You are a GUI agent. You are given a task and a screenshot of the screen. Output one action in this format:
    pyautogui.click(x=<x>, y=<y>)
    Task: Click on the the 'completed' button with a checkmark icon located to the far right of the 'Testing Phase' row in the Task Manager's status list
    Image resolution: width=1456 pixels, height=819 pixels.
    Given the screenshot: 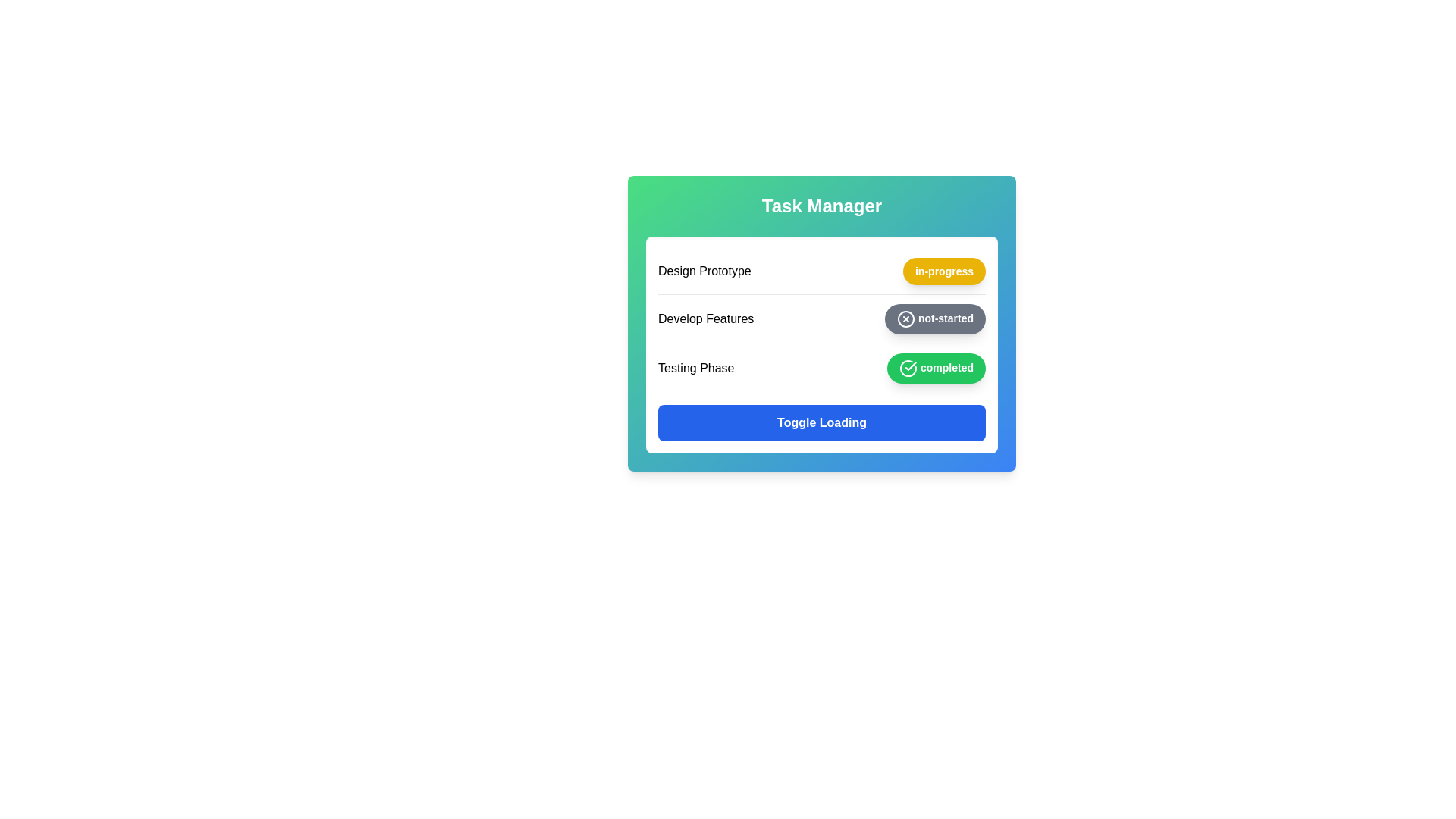 What is the action you would take?
    pyautogui.click(x=935, y=369)
    